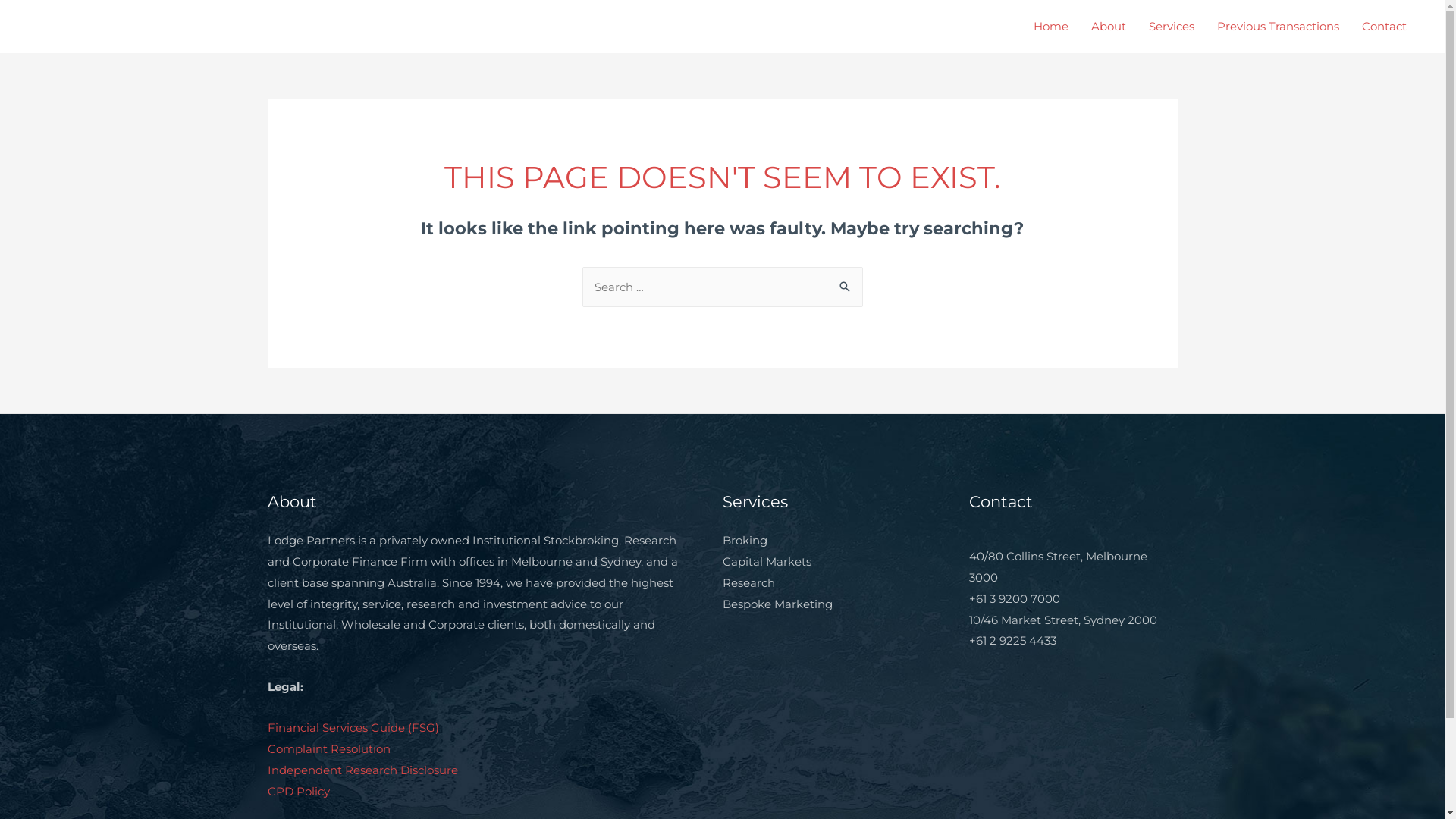 The height and width of the screenshot is (819, 1456). Describe the element at coordinates (361, 770) in the screenshot. I see `'Independent Research Disclosure'` at that location.